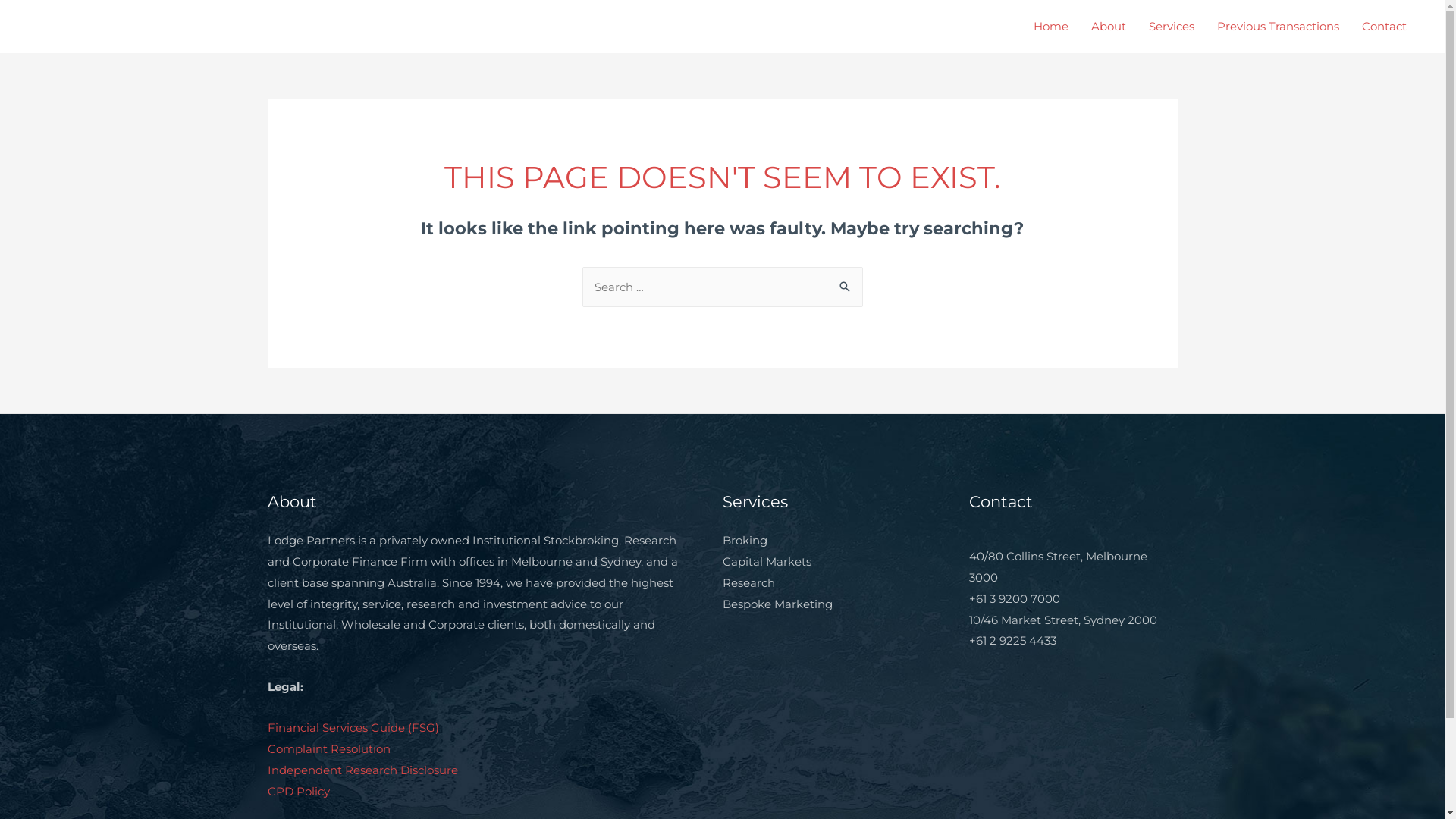 The height and width of the screenshot is (819, 1456). Describe the element at coordinates (361, 770) in the screenshot. I see `'Independent Research Disclosure'` at that location.